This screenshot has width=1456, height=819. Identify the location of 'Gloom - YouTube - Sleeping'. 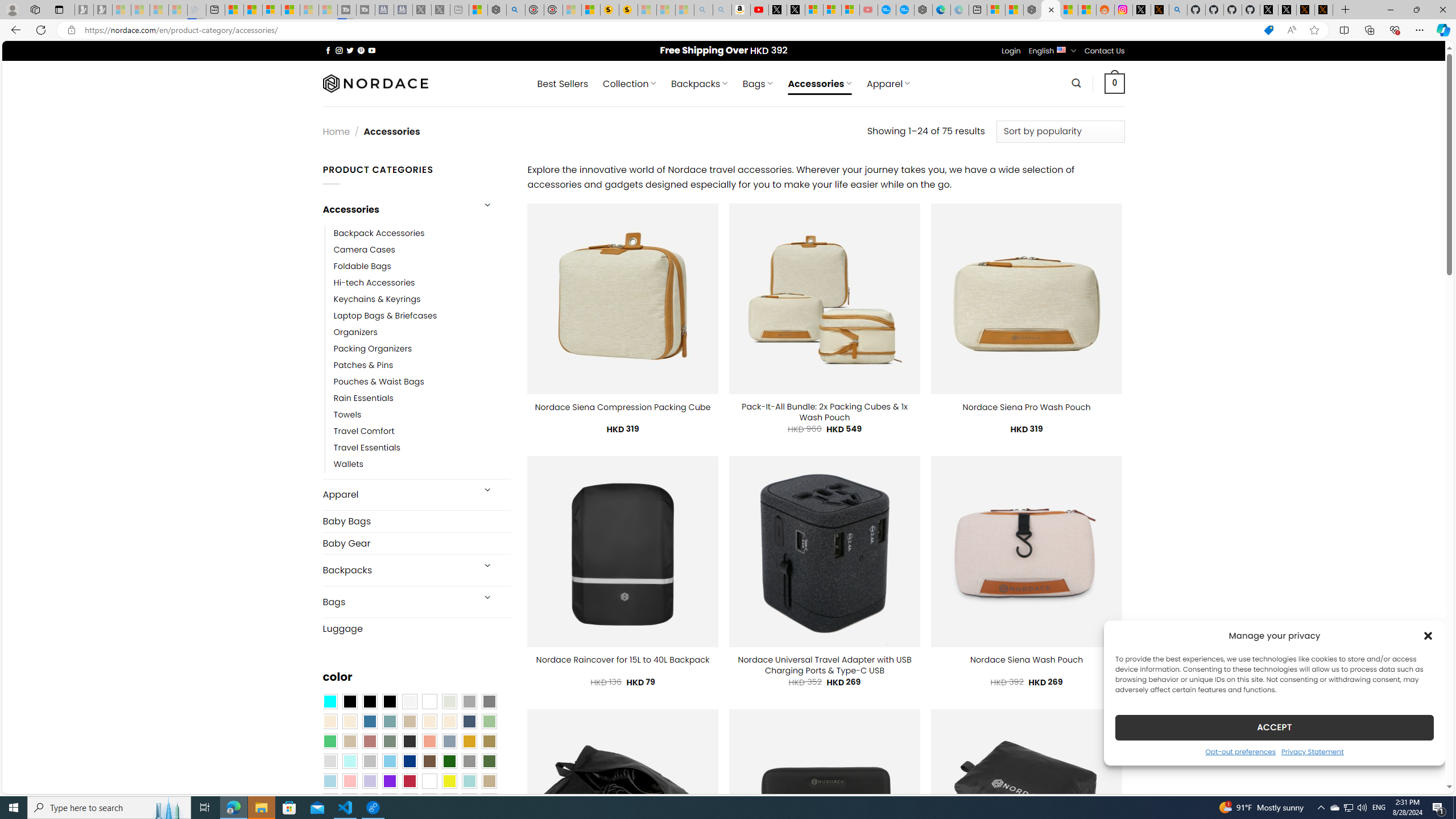
(868, 9).